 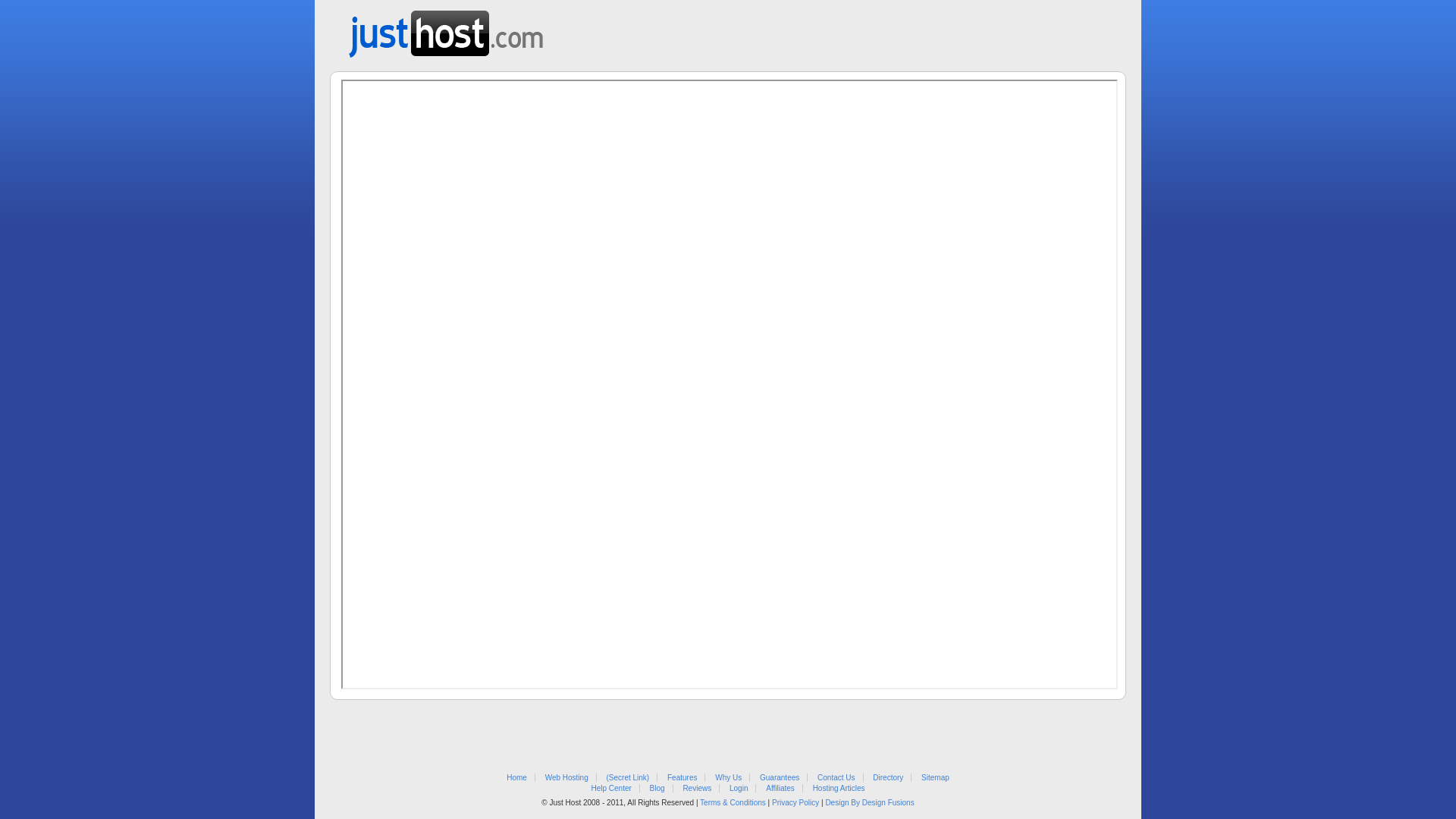 I want to click on 'Web Hosting', so click(x=566, y=777).